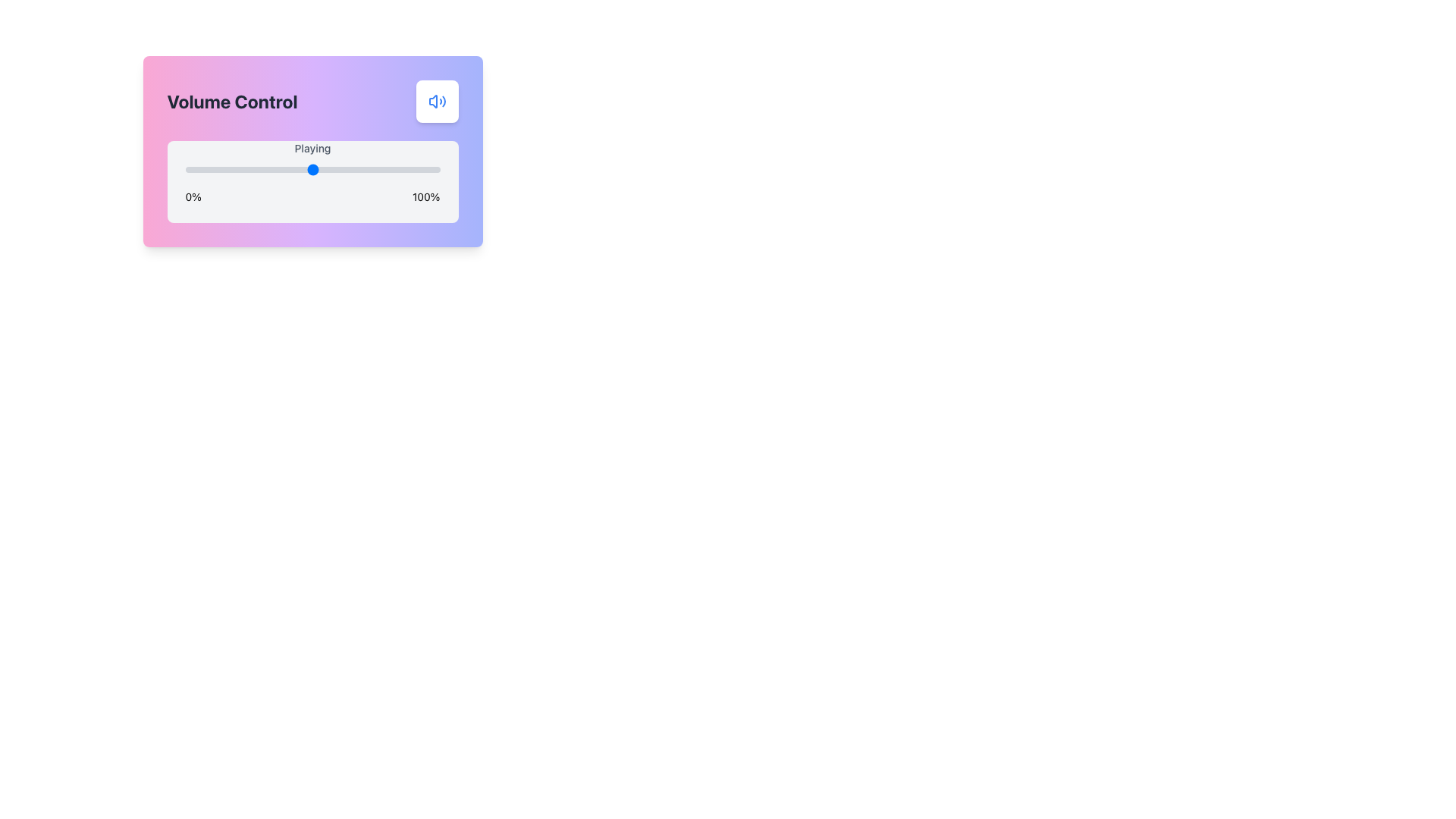  Describe the element at coordinates (422, 169) in the screenshot. I see `the slider` at that location.